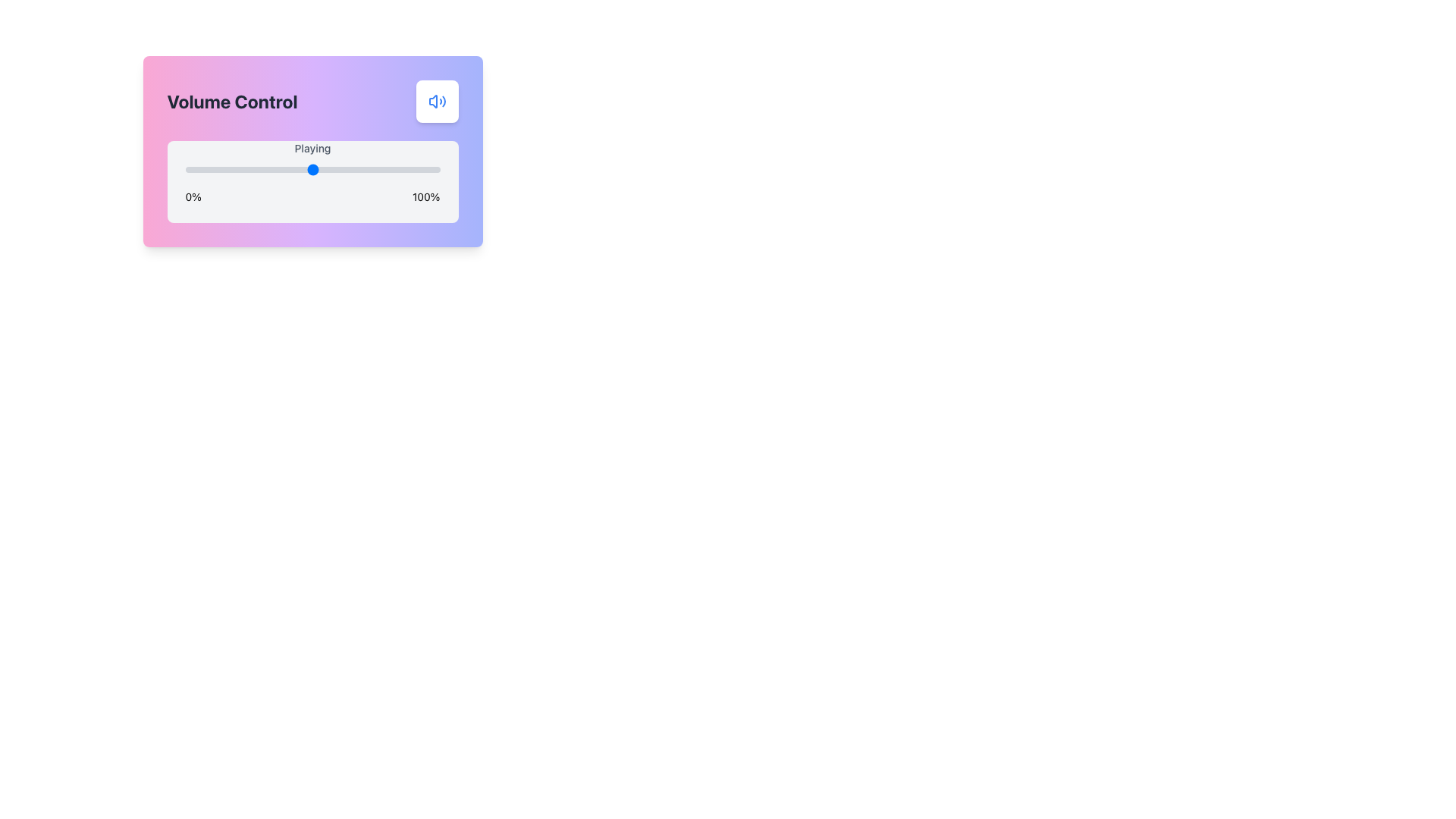  Describe the element at coordinates (422, 169) in the screenshot. I see `the slider` at that location.